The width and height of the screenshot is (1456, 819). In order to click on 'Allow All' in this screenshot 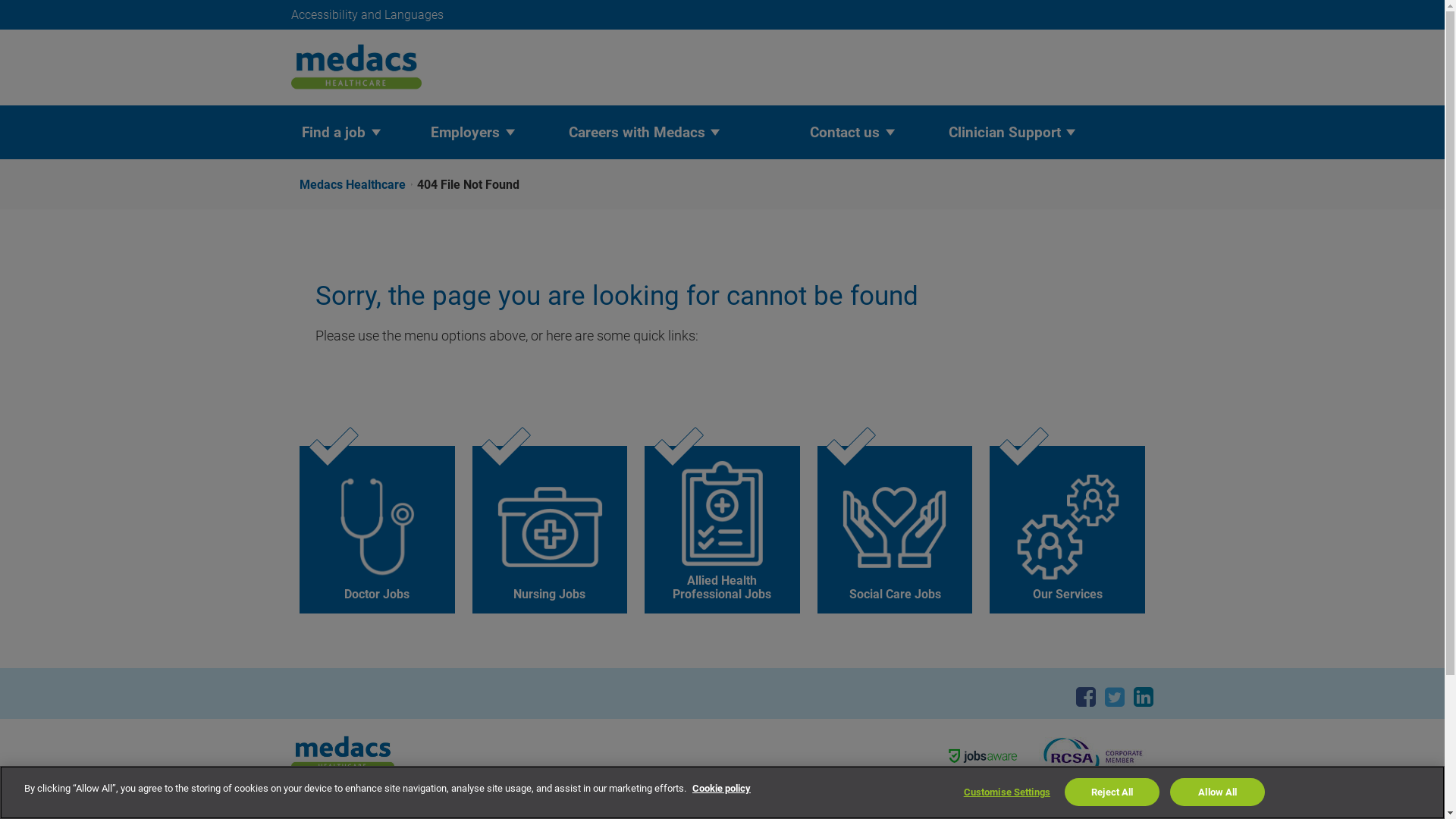, I will do `click(1217, 791)`.